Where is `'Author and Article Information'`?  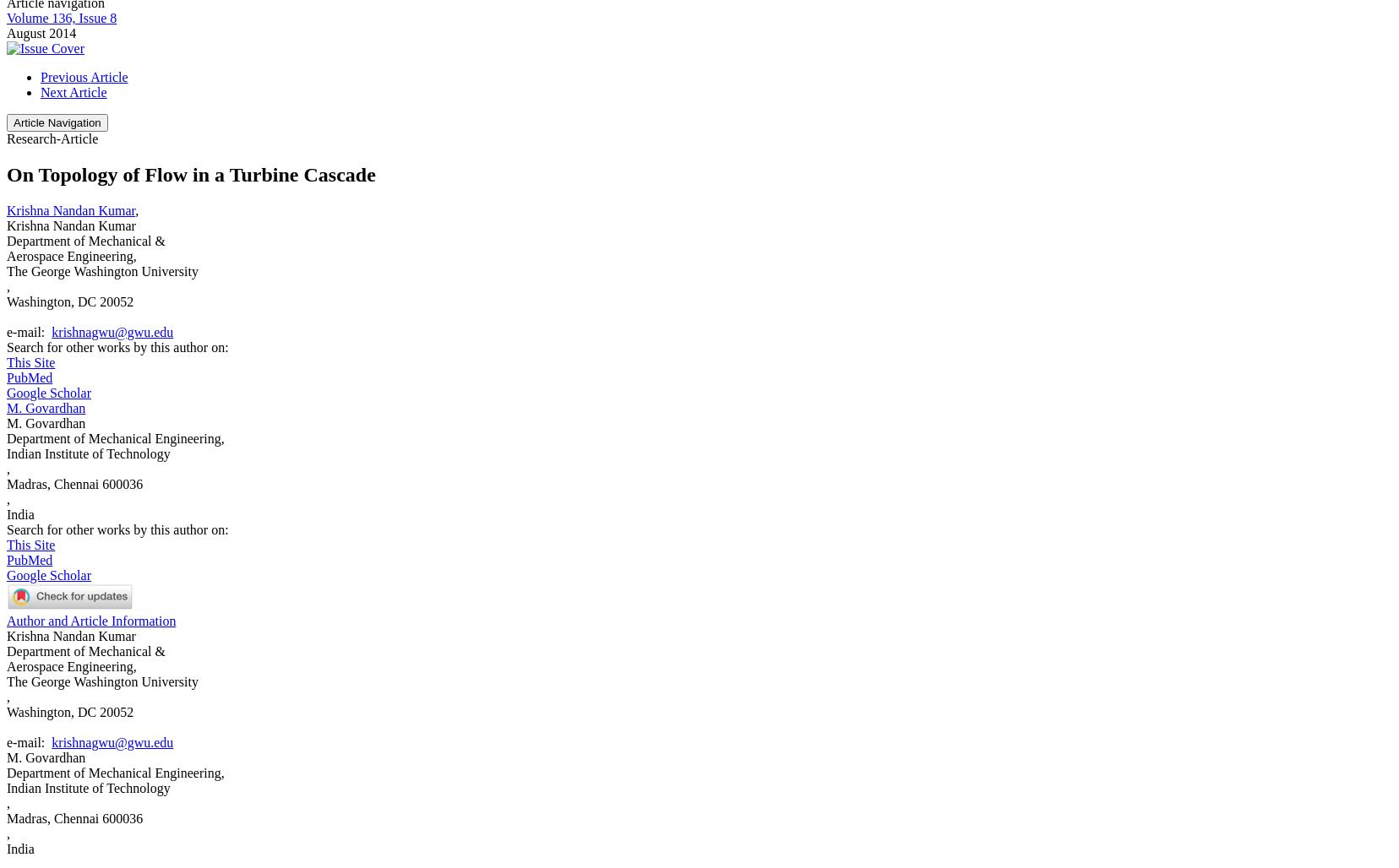
'Author and Article Information' is located at coordinates (90, 620).